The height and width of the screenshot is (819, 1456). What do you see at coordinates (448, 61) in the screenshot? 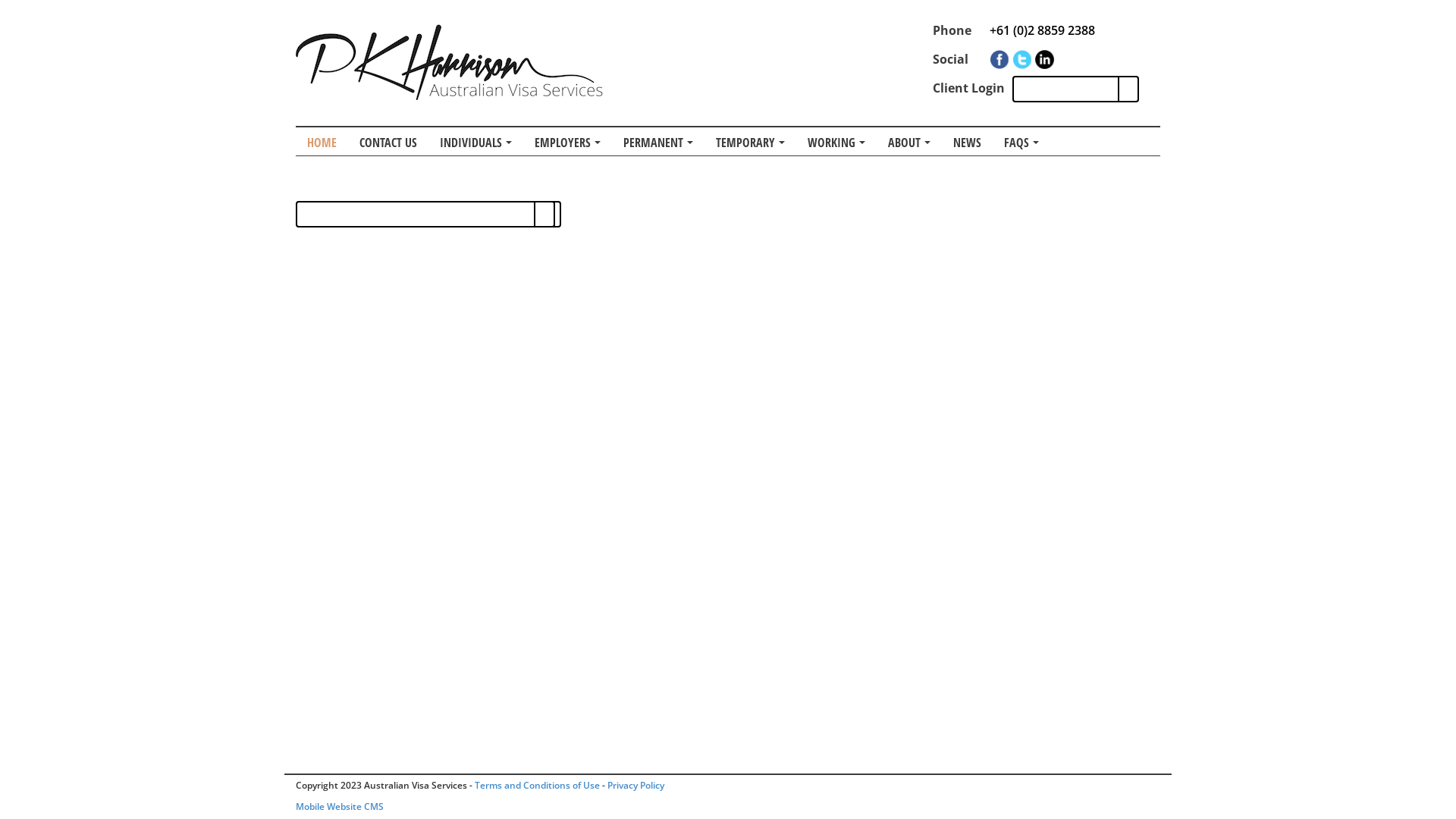
I see `'Australian Visa Services'` at bounding box center [448, 61].